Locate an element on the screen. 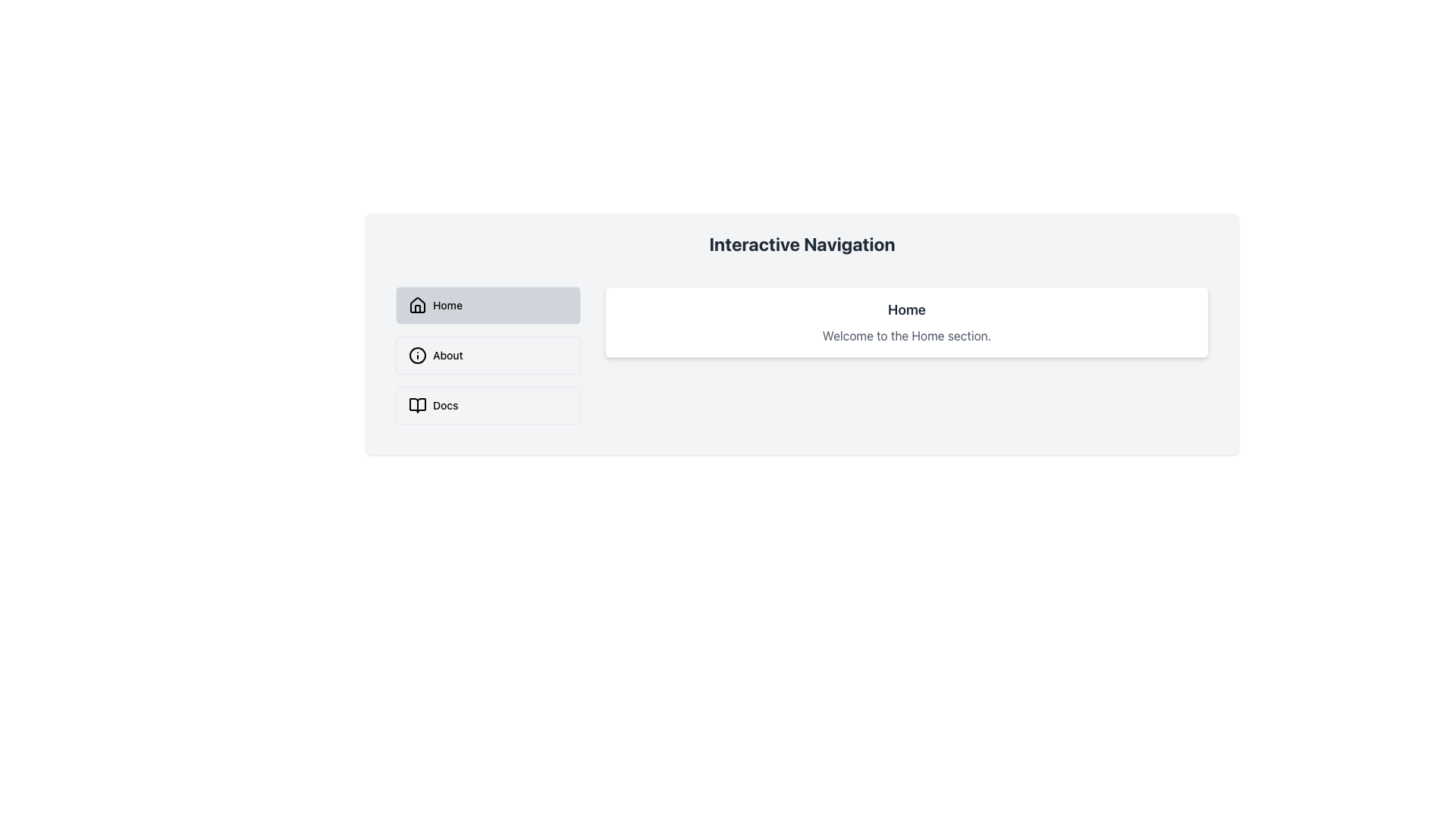 The width and height of the screenshot is (1456, 819). the header or title text element, which serves as the primary indicator of the surrounding content's theme, located at the top-center of the interface is located at coordinates (801, 243).